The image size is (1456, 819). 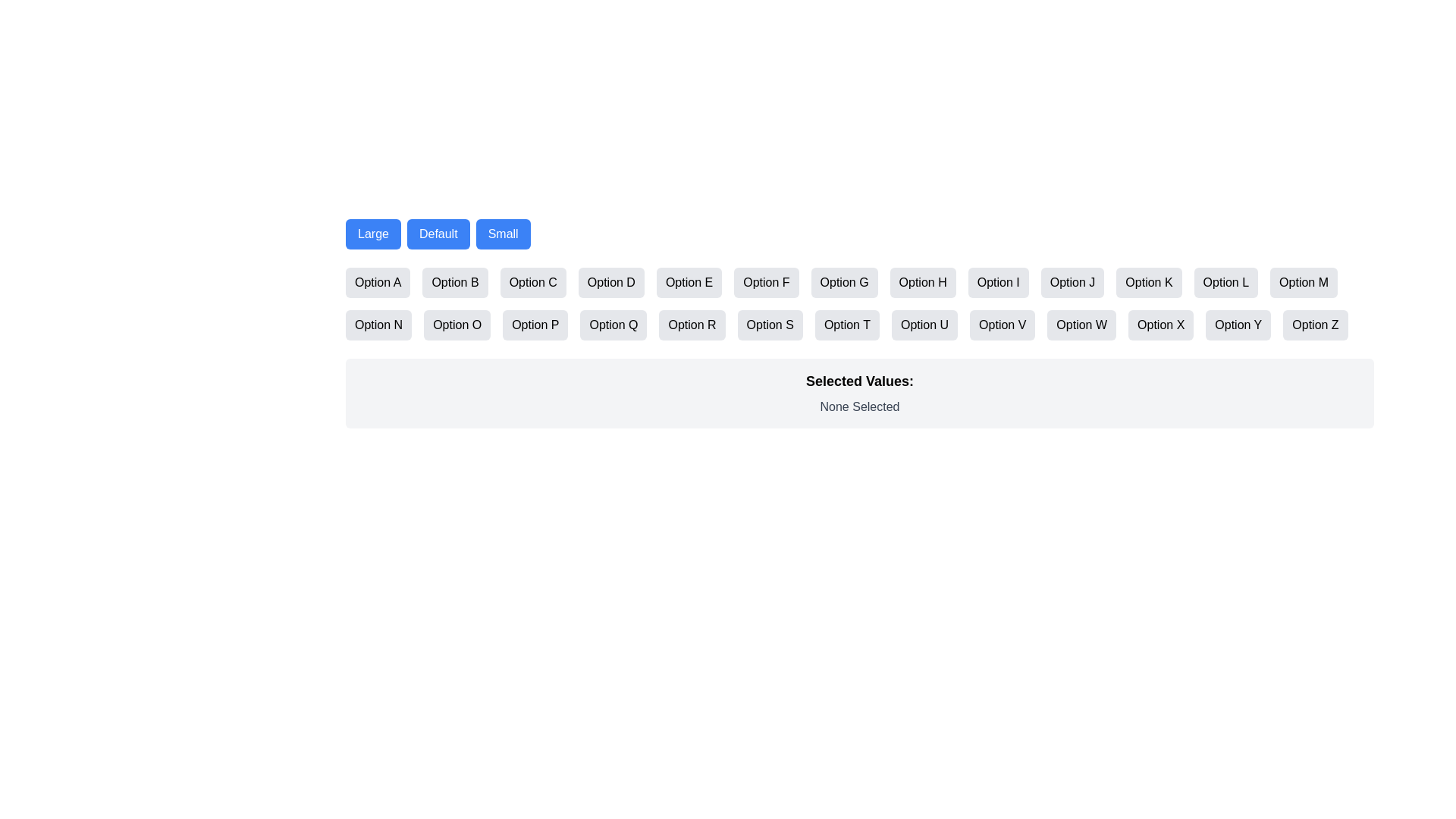 I want to click on the button labeled 'Option S', which is a rectangular button with rounded borders in a soft gray shade, so click(x=770, y=324).